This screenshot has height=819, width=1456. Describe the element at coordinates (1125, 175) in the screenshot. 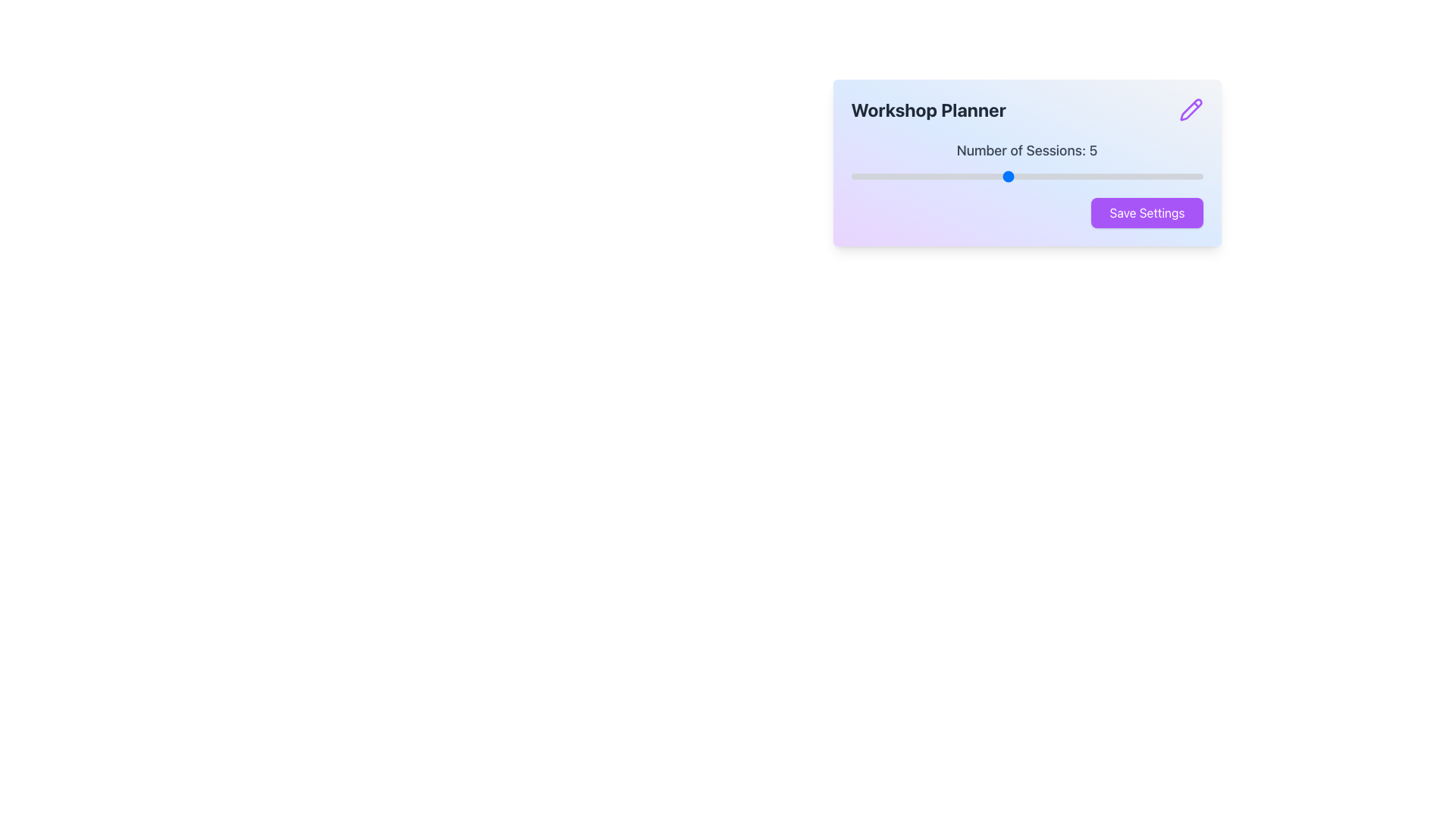

I see `the slider` at that location.